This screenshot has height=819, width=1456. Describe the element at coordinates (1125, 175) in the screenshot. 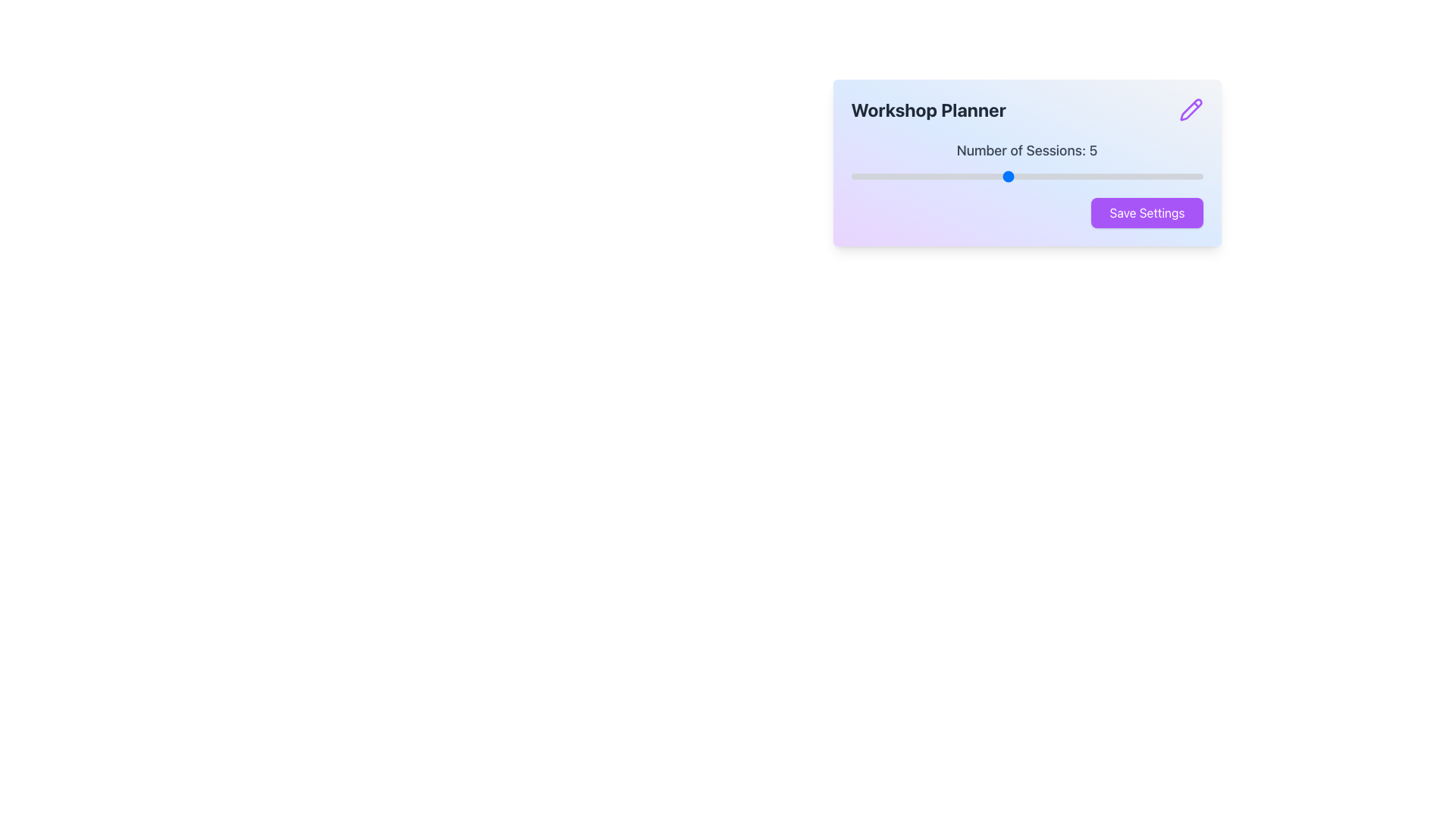

I see `the slider` at that location.